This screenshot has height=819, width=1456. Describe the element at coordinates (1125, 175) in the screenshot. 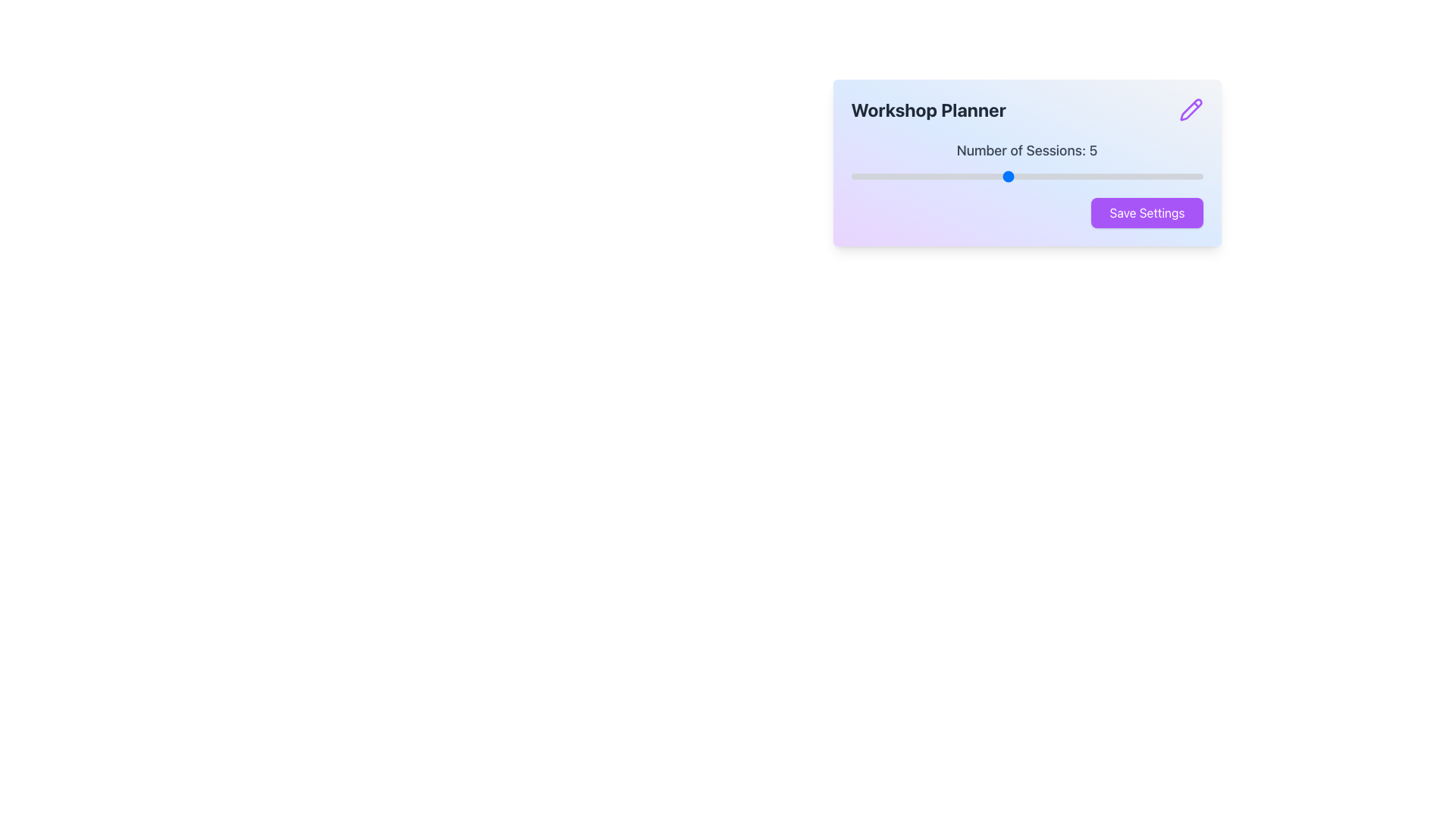

I see `the slider` at that location.